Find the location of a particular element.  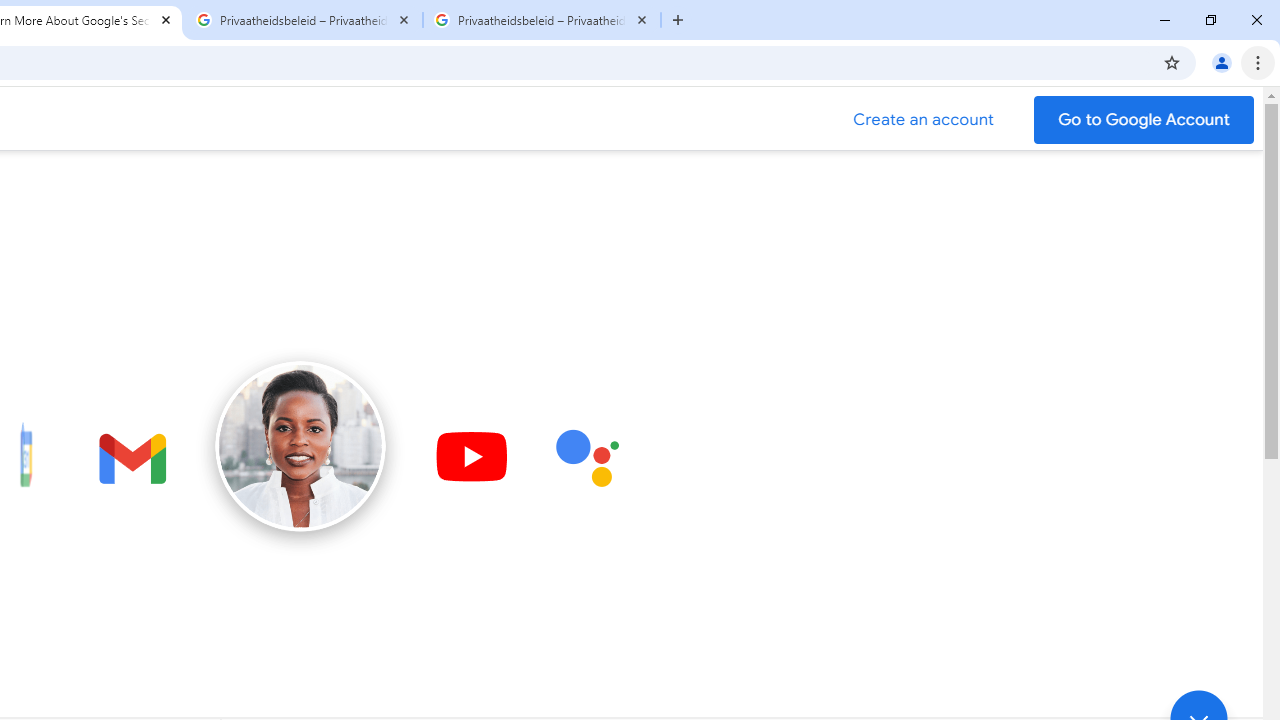

'Go to your Google Account' is located at coordinates (1144, 119).